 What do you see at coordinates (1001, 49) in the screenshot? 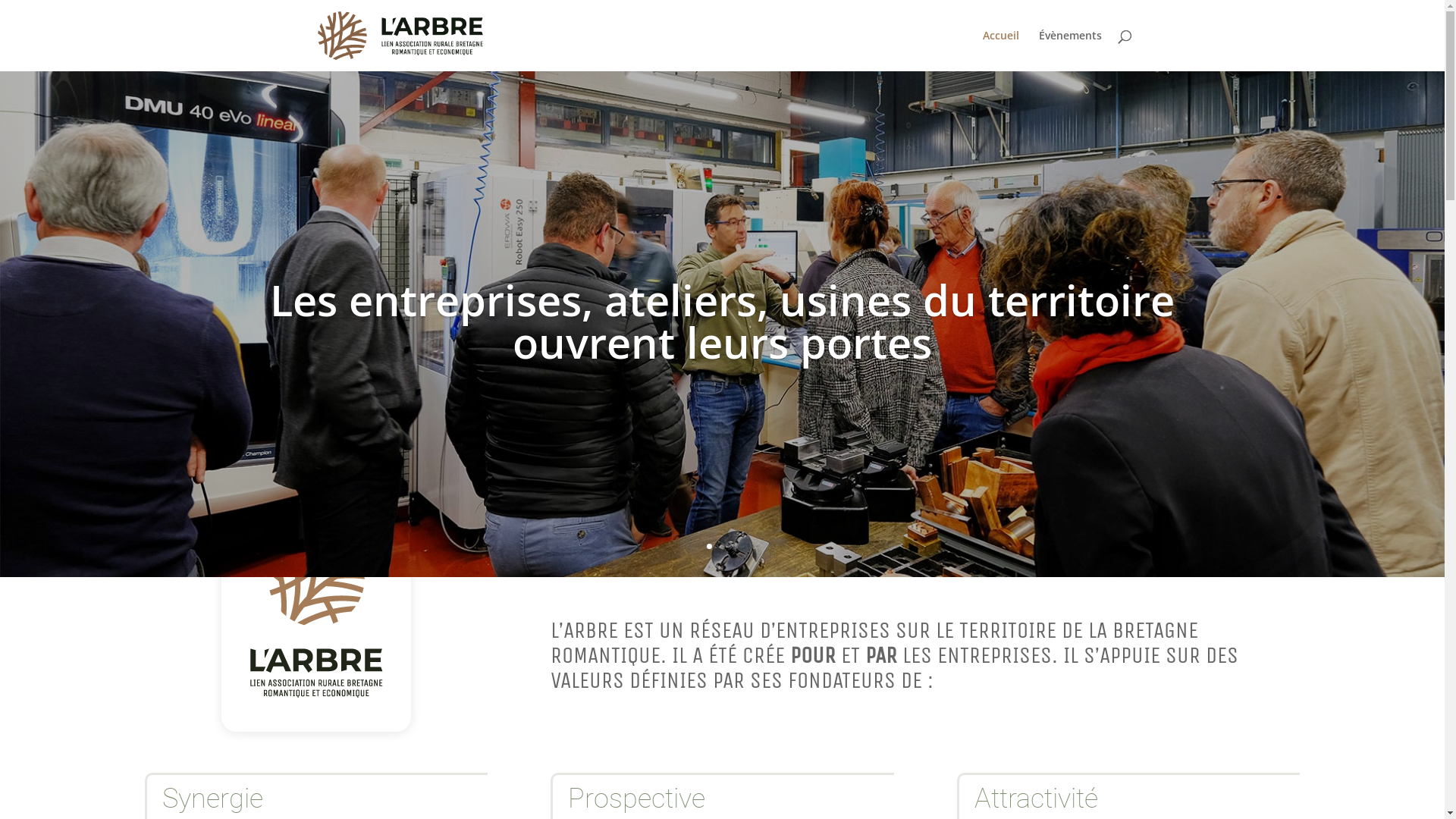
I see `'Accueil'` at bounding box center [1001, 49].